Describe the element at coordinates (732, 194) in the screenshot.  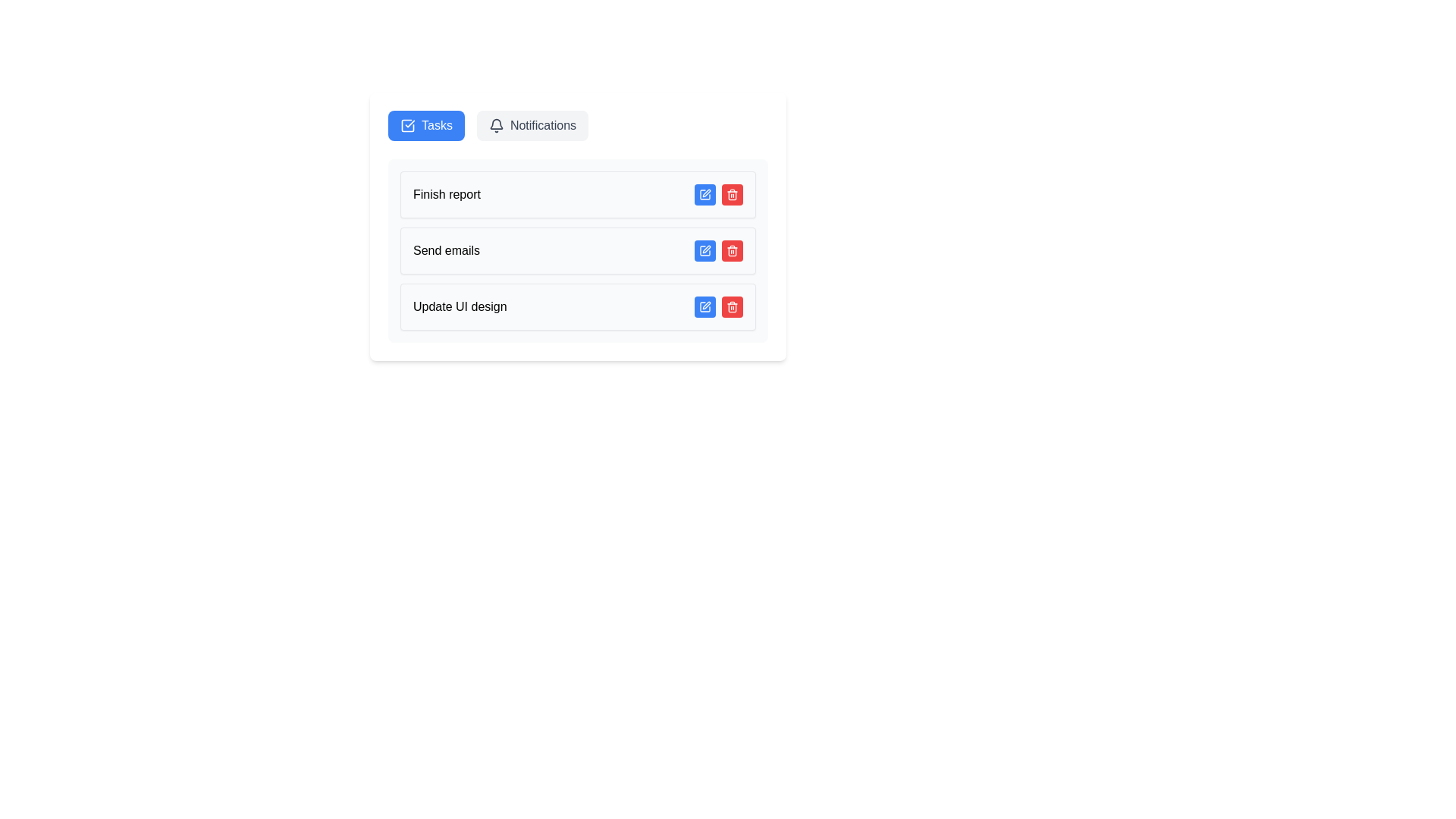
I see `the delete button icon located to the right of the 'Finish report' task` at that location.